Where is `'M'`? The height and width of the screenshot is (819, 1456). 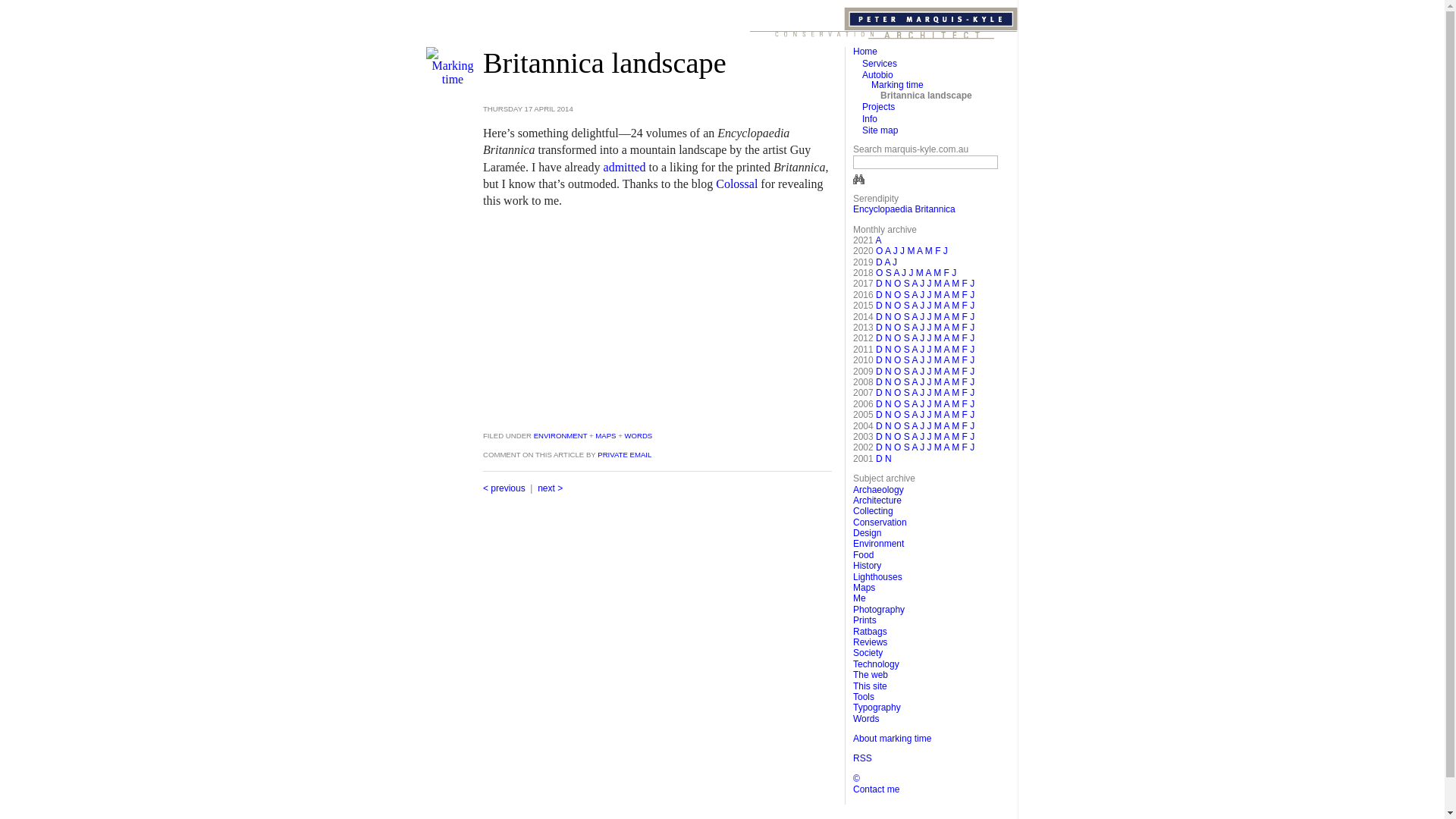
'M' is located at coordinates (954, 371).